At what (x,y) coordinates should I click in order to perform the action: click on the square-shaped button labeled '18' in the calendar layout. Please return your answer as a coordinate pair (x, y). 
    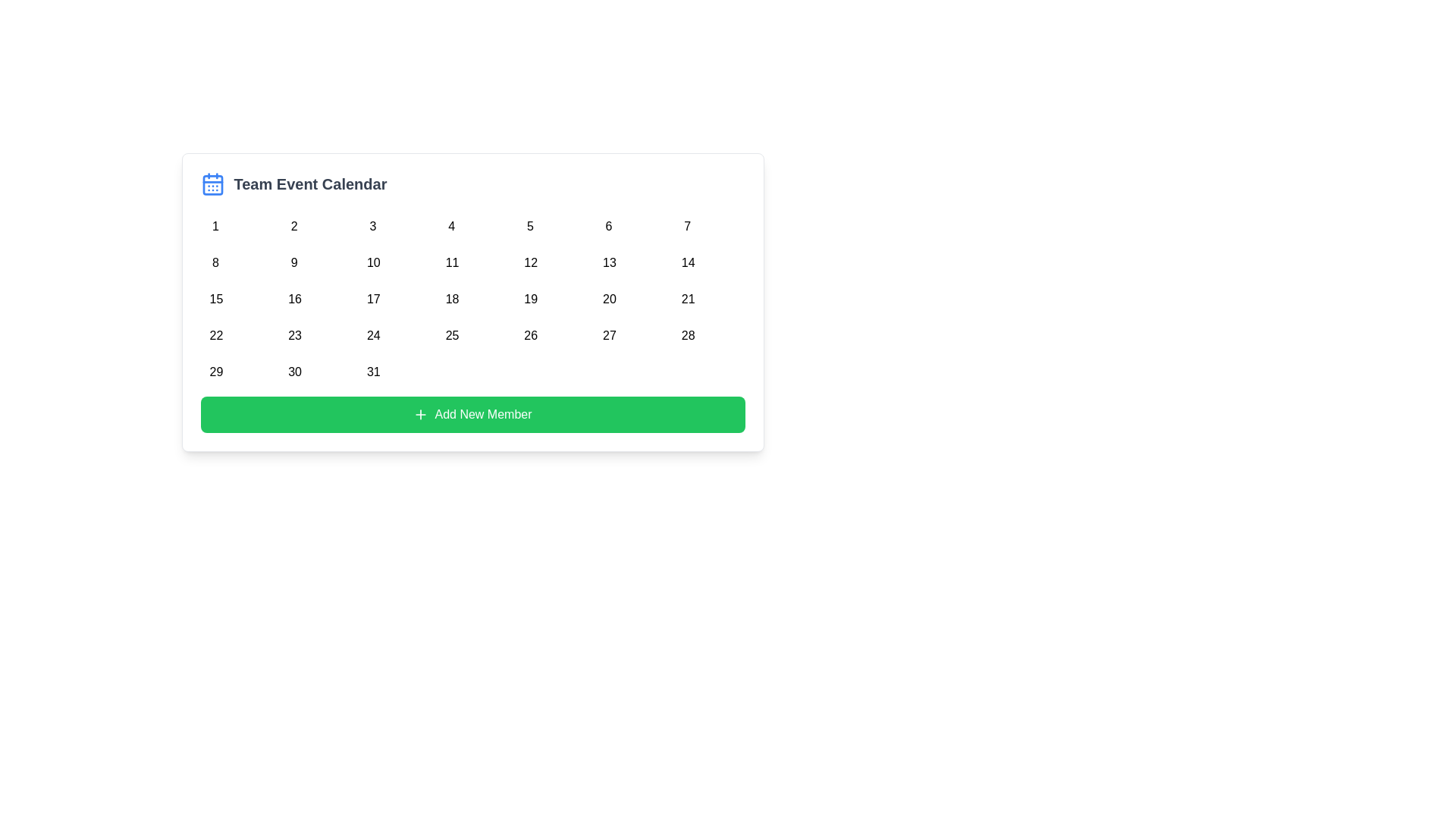
    Looking at the image, I should click on (450, 296).